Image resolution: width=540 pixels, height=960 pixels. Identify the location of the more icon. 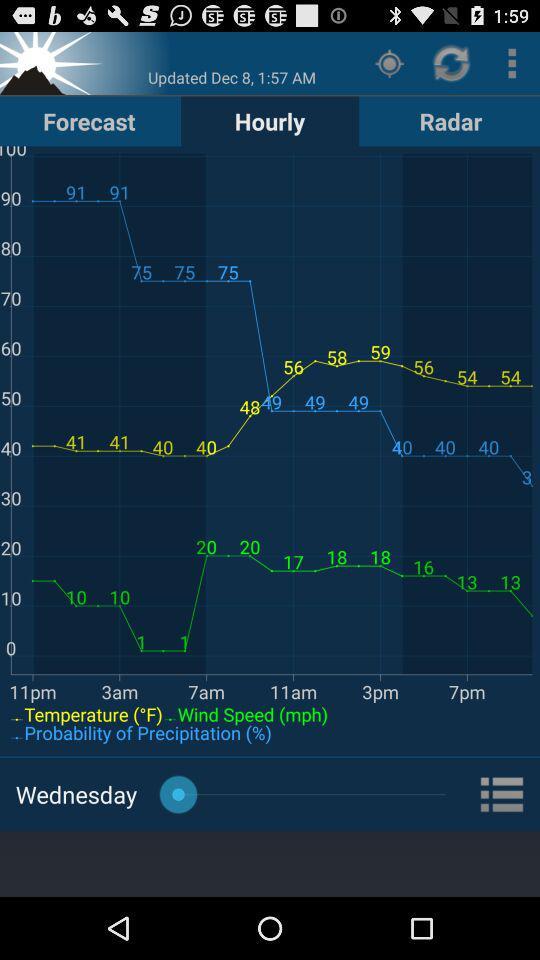
(512, 67).